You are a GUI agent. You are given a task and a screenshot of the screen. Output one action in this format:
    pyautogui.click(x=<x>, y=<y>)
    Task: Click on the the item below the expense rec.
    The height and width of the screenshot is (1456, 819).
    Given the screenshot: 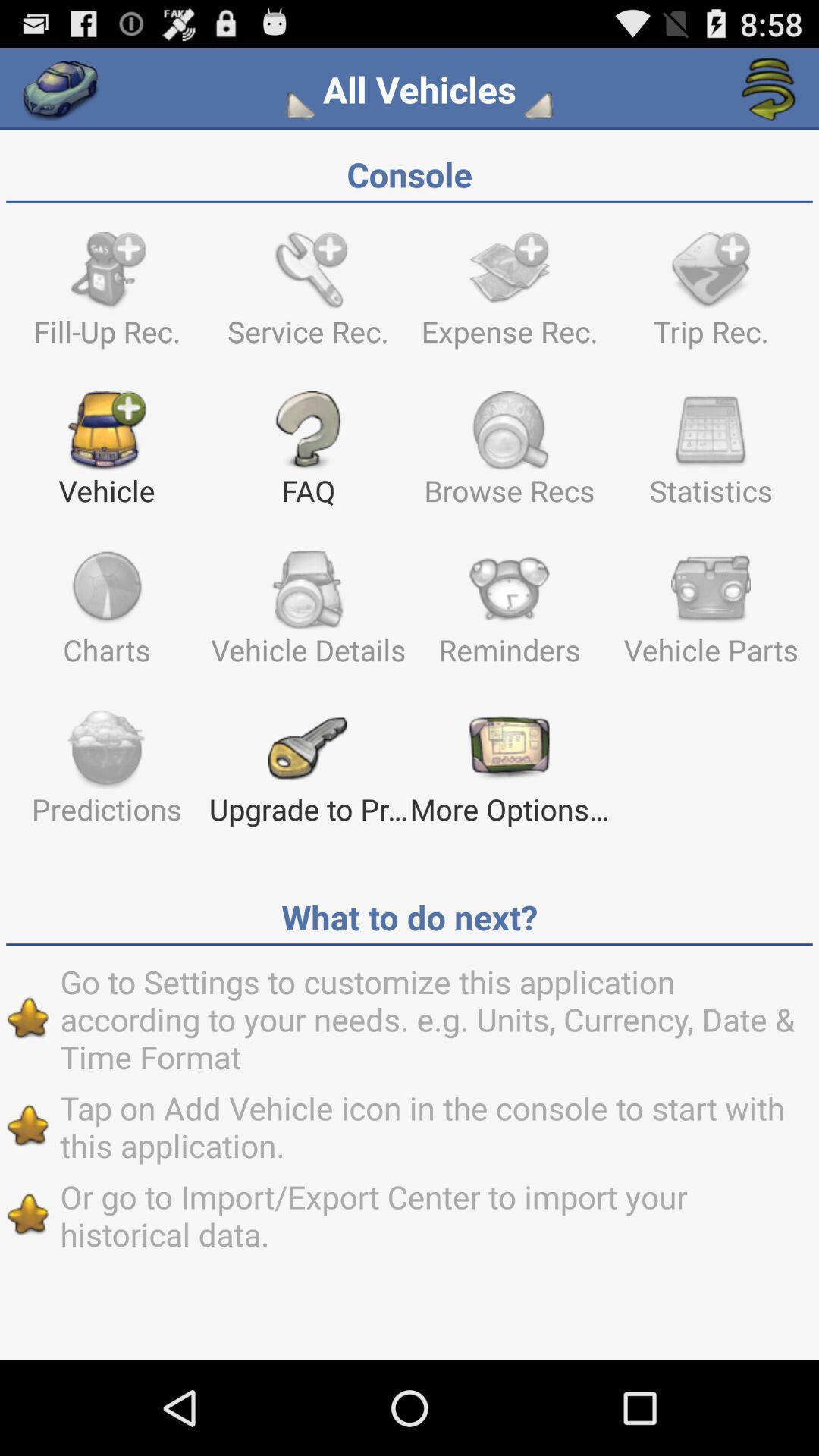 What is the action you would take?
    pyautogui.click(x=711, y=455)
    